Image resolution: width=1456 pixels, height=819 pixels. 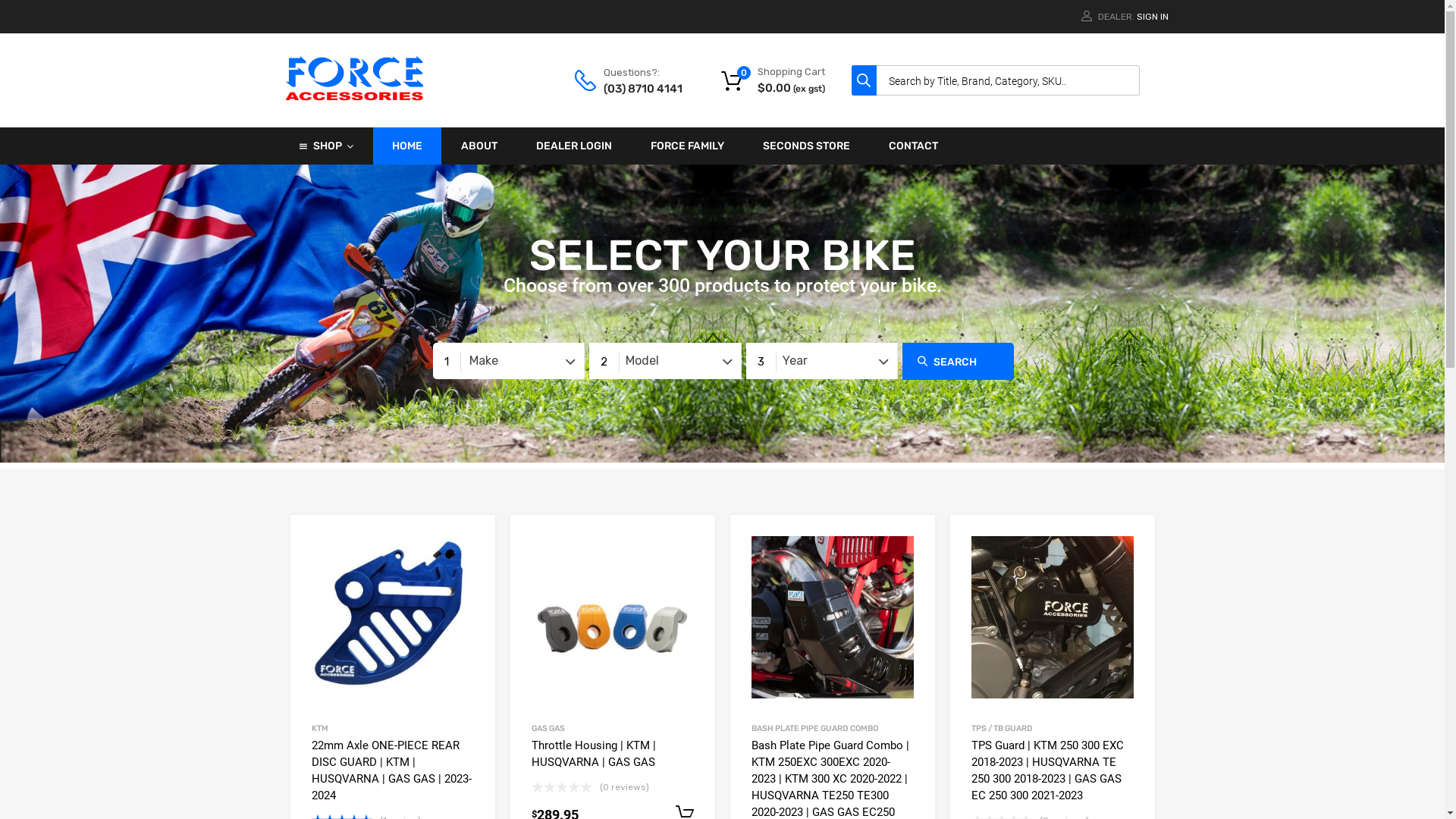 What do you see at coordinates (664, 360) in the screenshot?
I see `'Model'` at bounding box center [664, 360].